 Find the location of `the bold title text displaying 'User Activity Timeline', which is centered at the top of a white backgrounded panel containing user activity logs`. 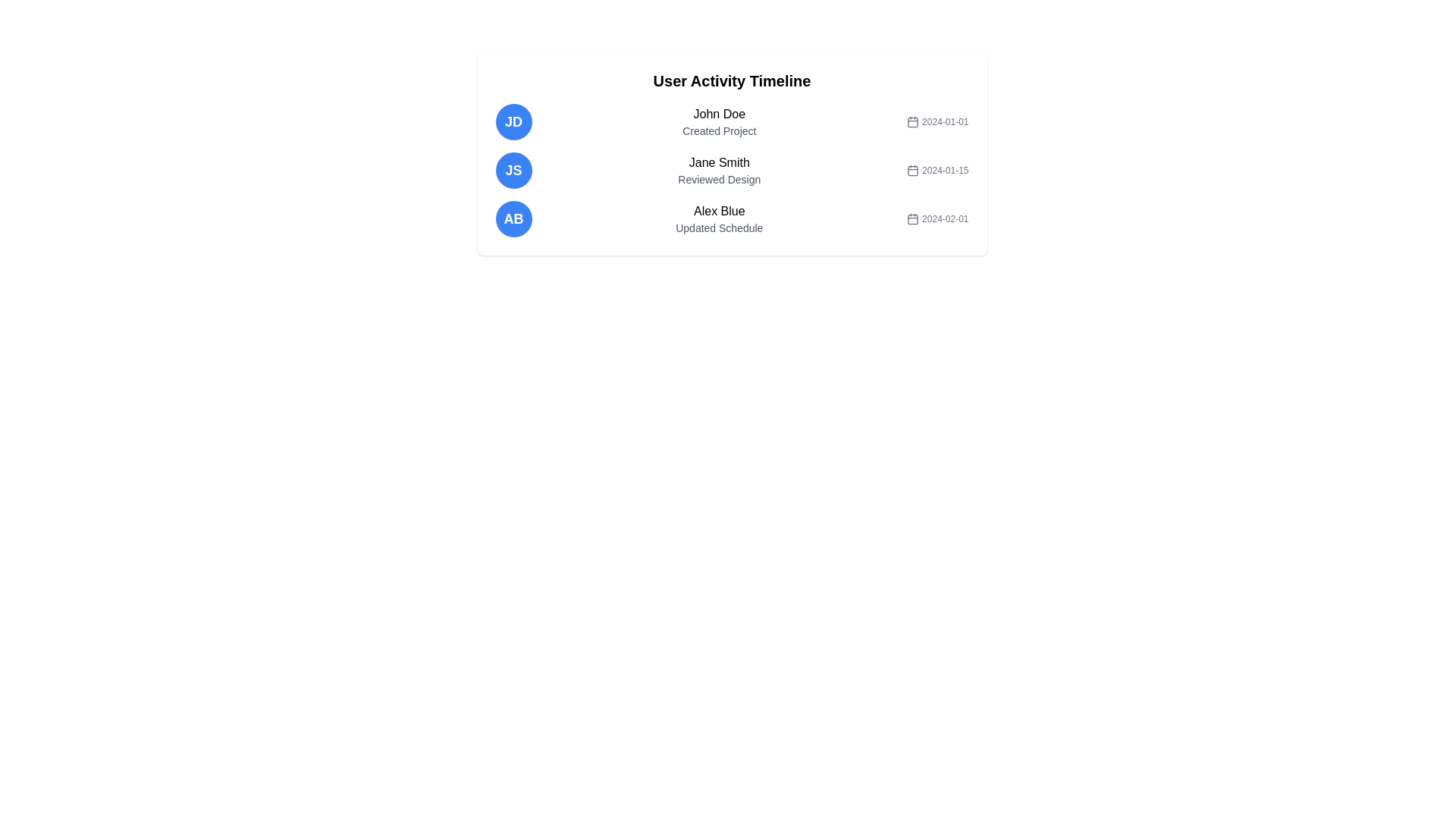

the bold title text displaying 'User Activity Timeline', which is centered at the top of a white backgrounded panel containing user activity logs is located at coordinates (732, 81).